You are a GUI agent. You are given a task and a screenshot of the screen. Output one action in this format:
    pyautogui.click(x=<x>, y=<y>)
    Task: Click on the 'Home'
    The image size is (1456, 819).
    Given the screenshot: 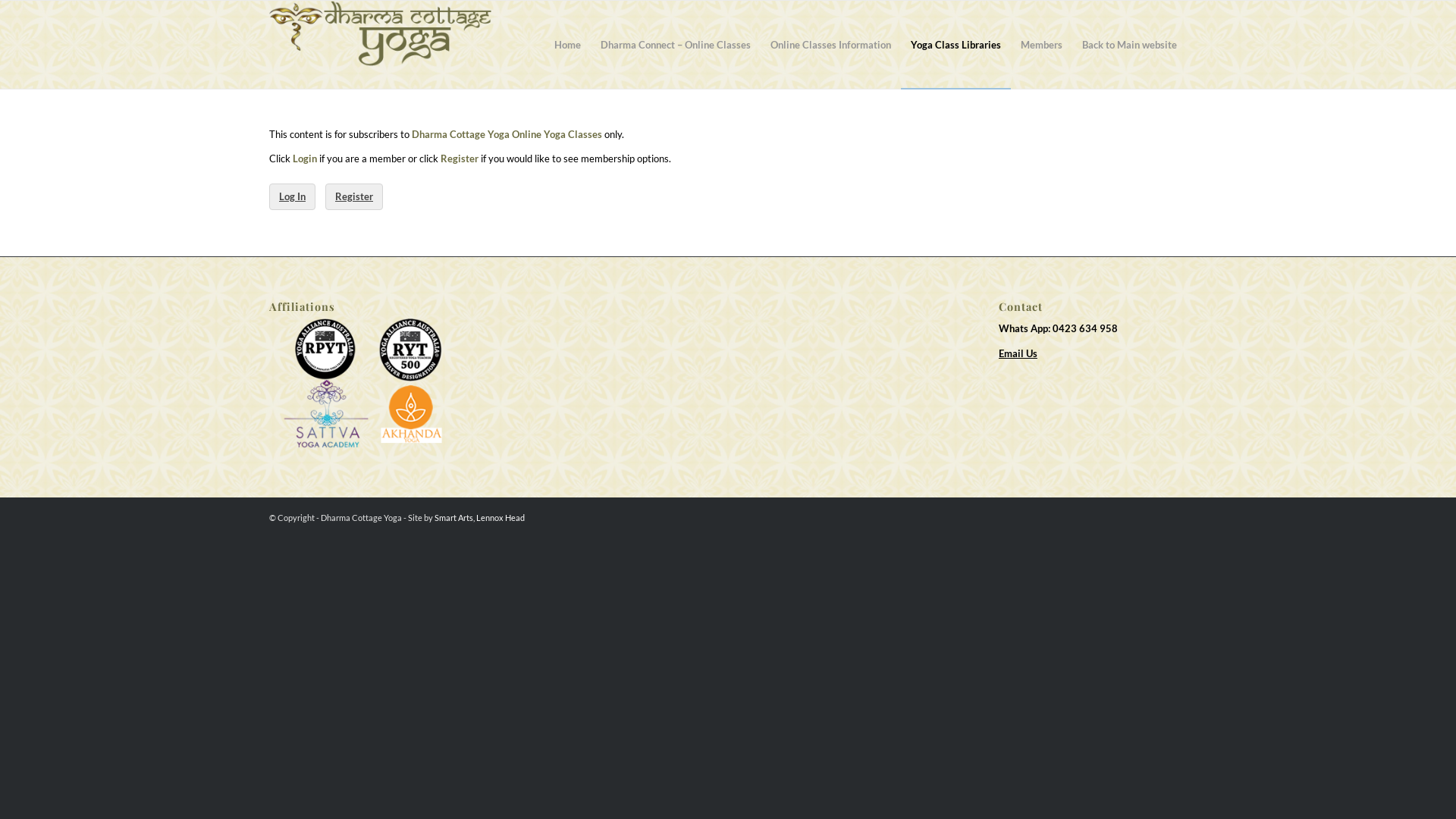 What is the action you would take?
    pyautogui.click(x=566, y=43)
    